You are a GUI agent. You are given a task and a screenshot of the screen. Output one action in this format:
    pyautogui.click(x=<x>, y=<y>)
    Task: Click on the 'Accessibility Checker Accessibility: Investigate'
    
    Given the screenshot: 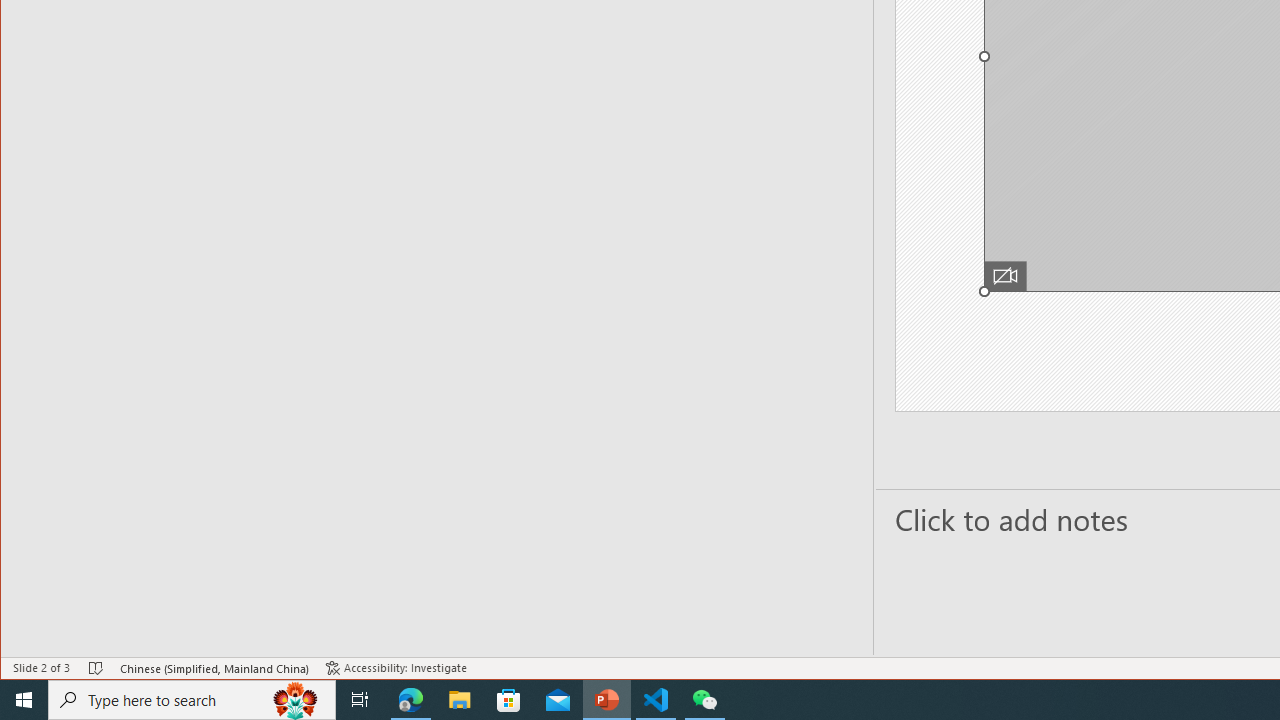 What is the action you would take?
    pyautogui.click(x=396, y=668)
    